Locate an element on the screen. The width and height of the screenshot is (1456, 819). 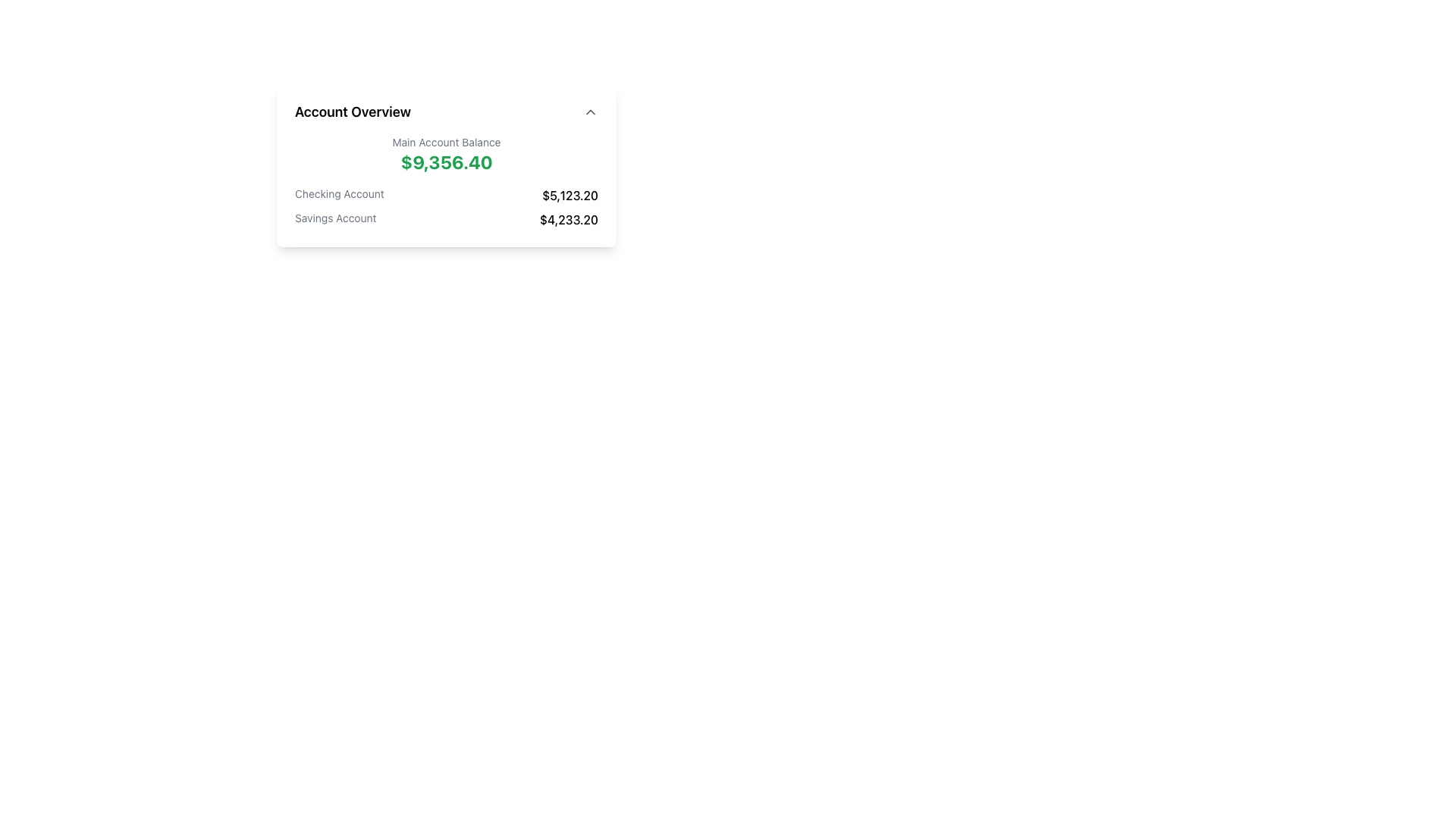
the text label 'Checking Account' which is styled in smaller gray font and positioned to the left of the monetary value '$5,123.20' is located at coordinates (338, 195).